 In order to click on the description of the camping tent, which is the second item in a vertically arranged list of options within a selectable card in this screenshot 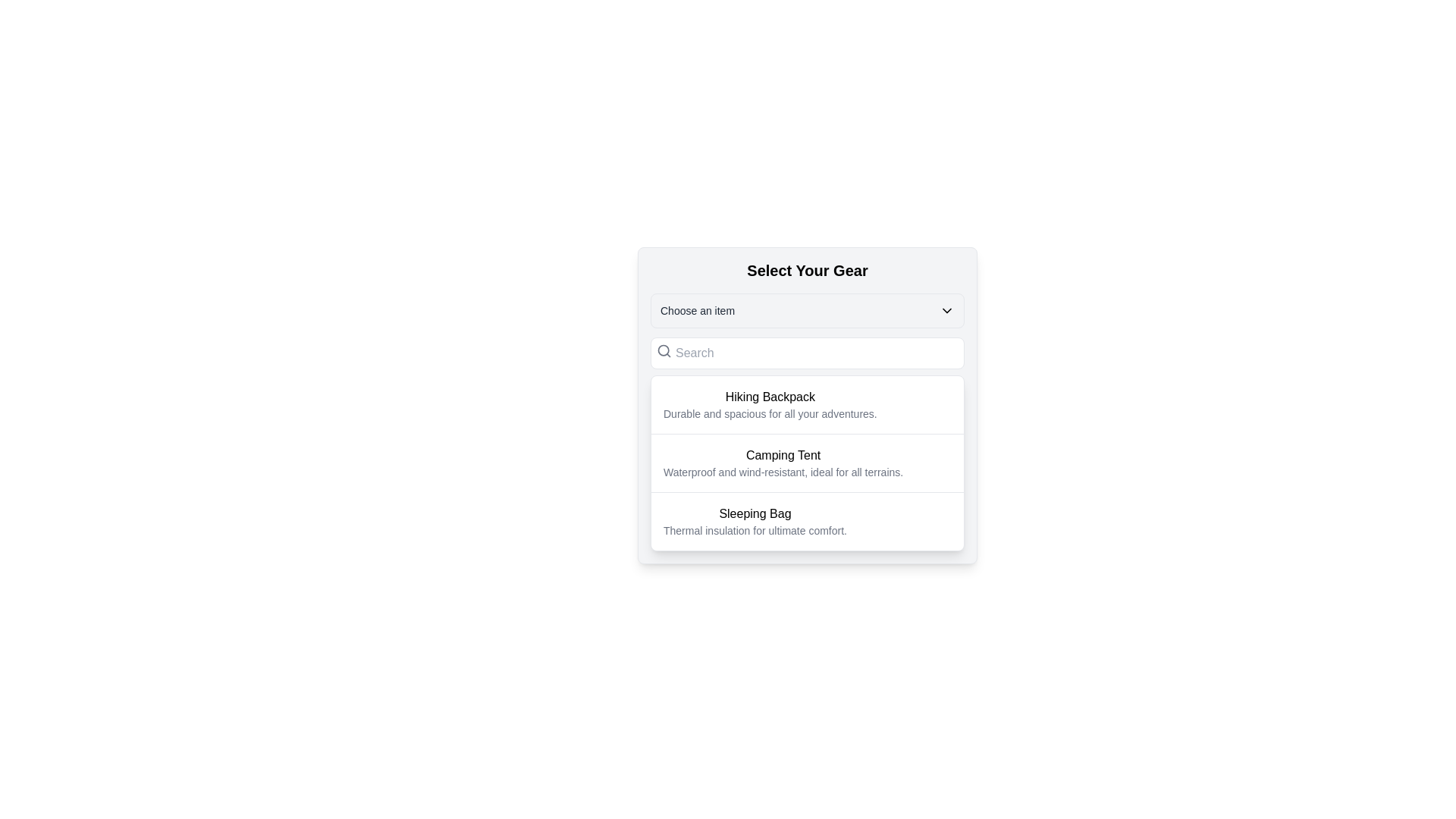, I will do `click(807, 461)`.